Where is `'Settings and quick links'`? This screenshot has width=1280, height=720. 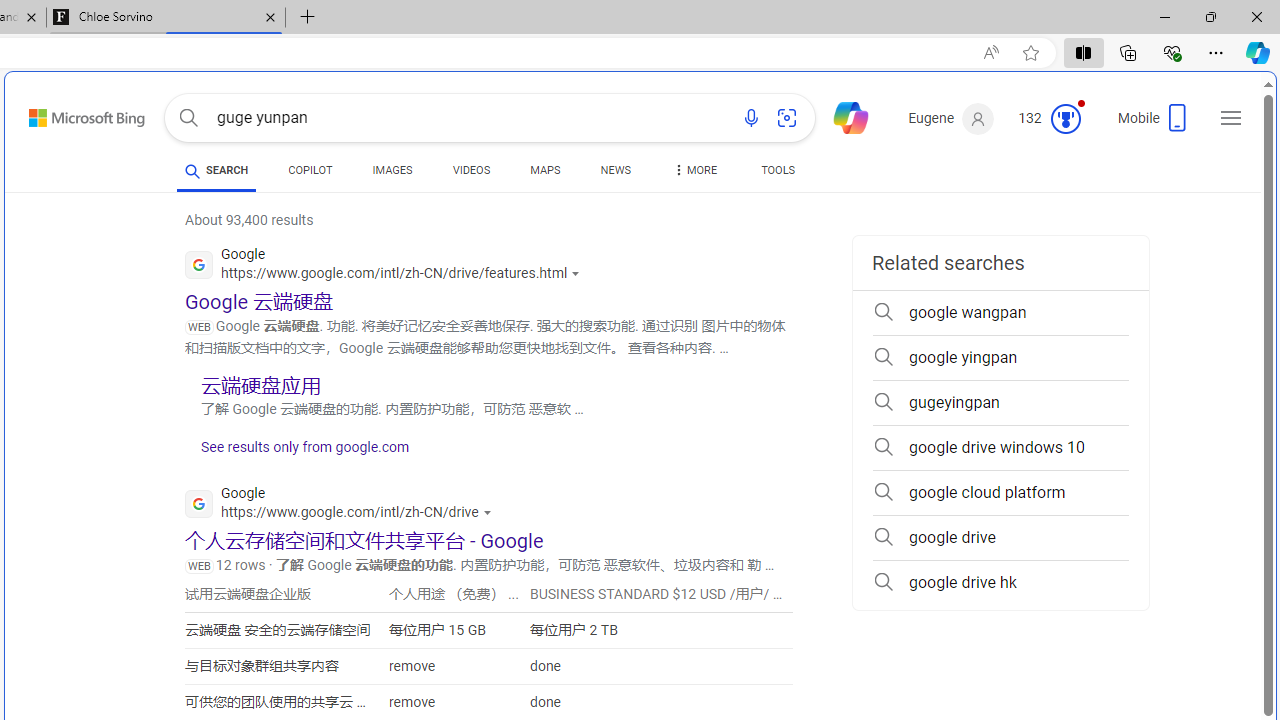
'Settings and quick links' is located at coordinates (1230, 118).